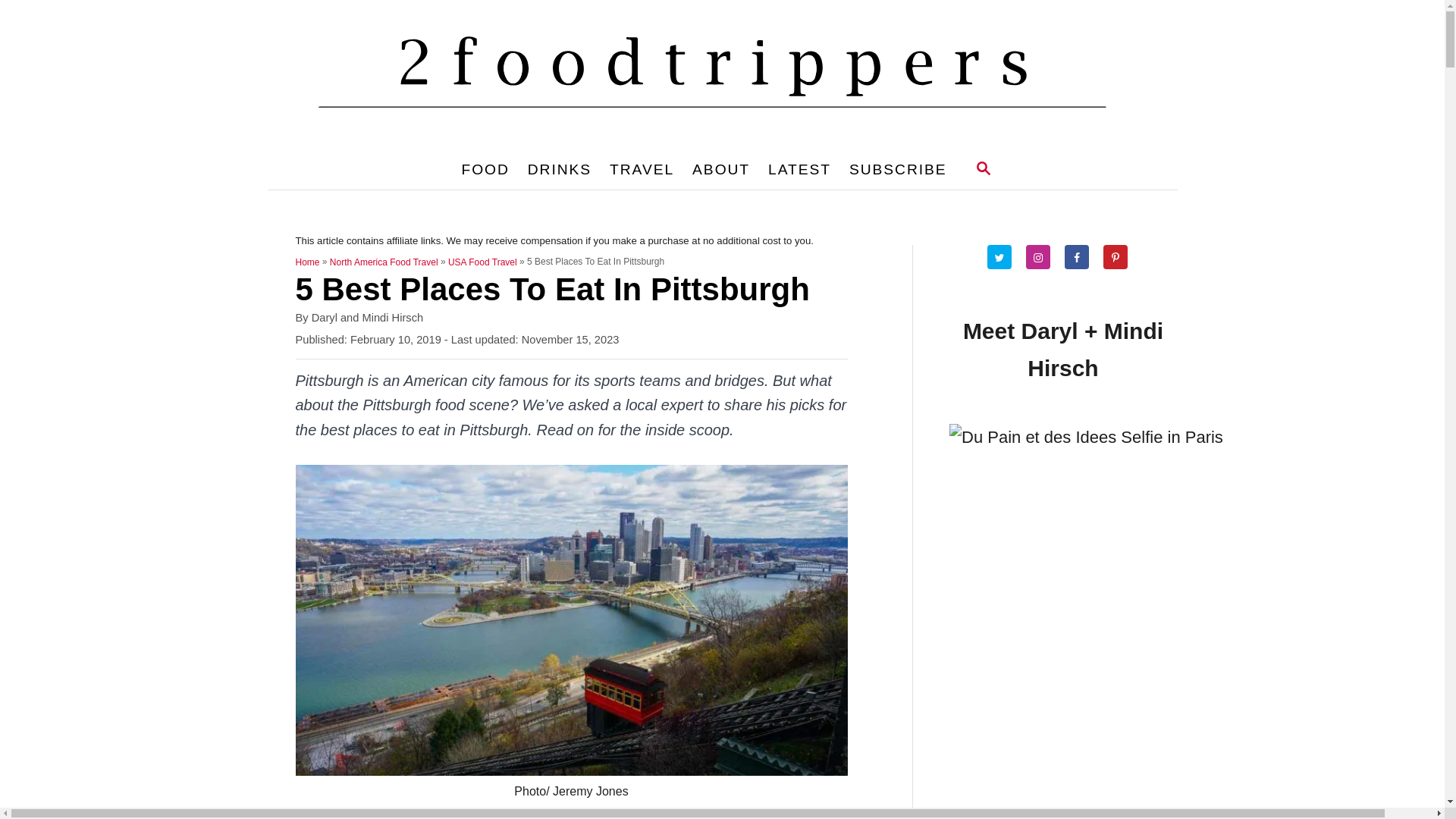 This screenshot has height=819, width=1456. Describe the element at coordinates (720, 169) in the screenshot. I see `'ABOUT'` at that location.